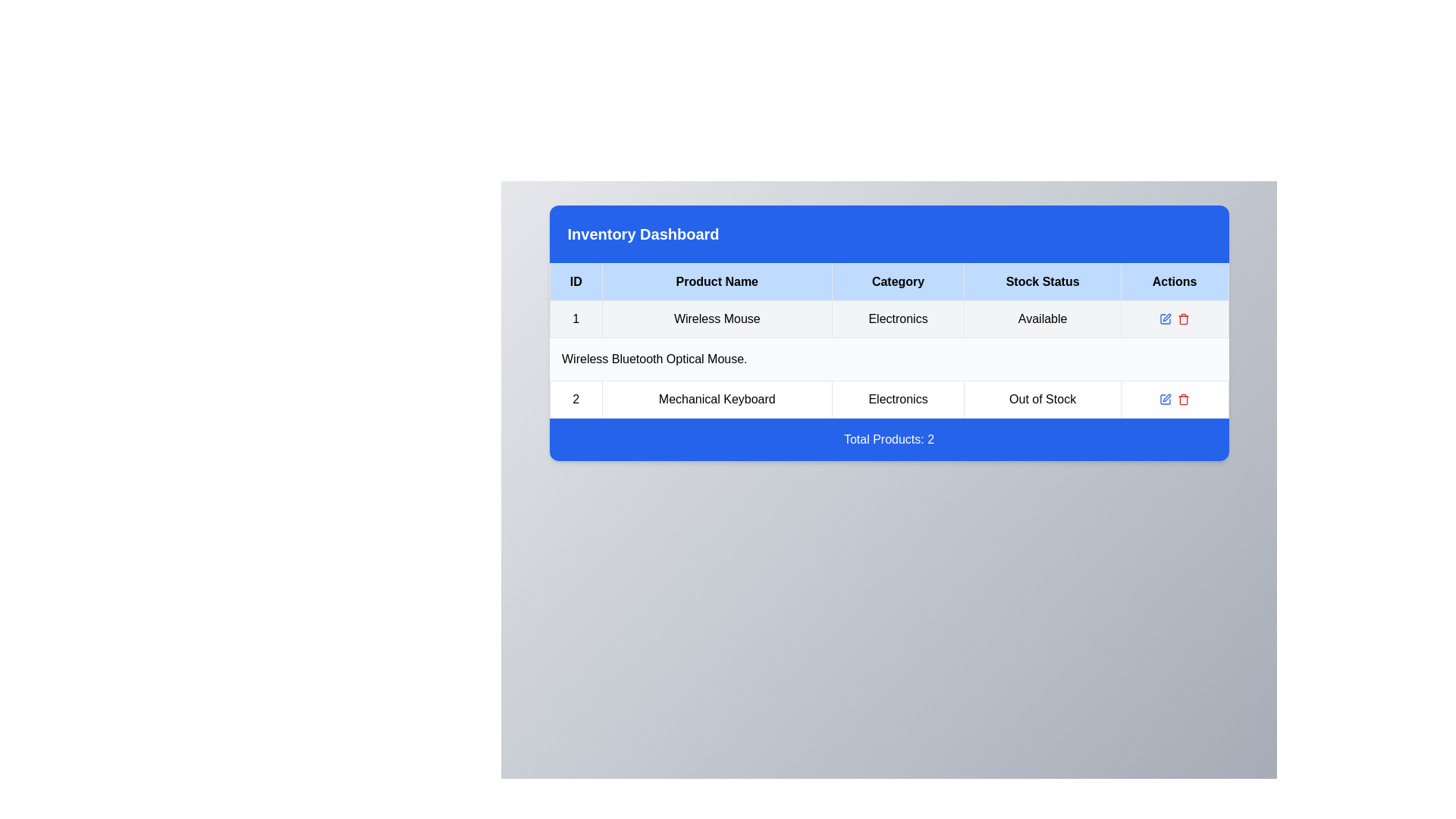 The width and height of the screenshot is (1456, 819). Describe the element at coordinates (1183, 318) in the screenshot. I see `the small red trash bin icon in the 'Actions' column of the first row of the table` at that location.